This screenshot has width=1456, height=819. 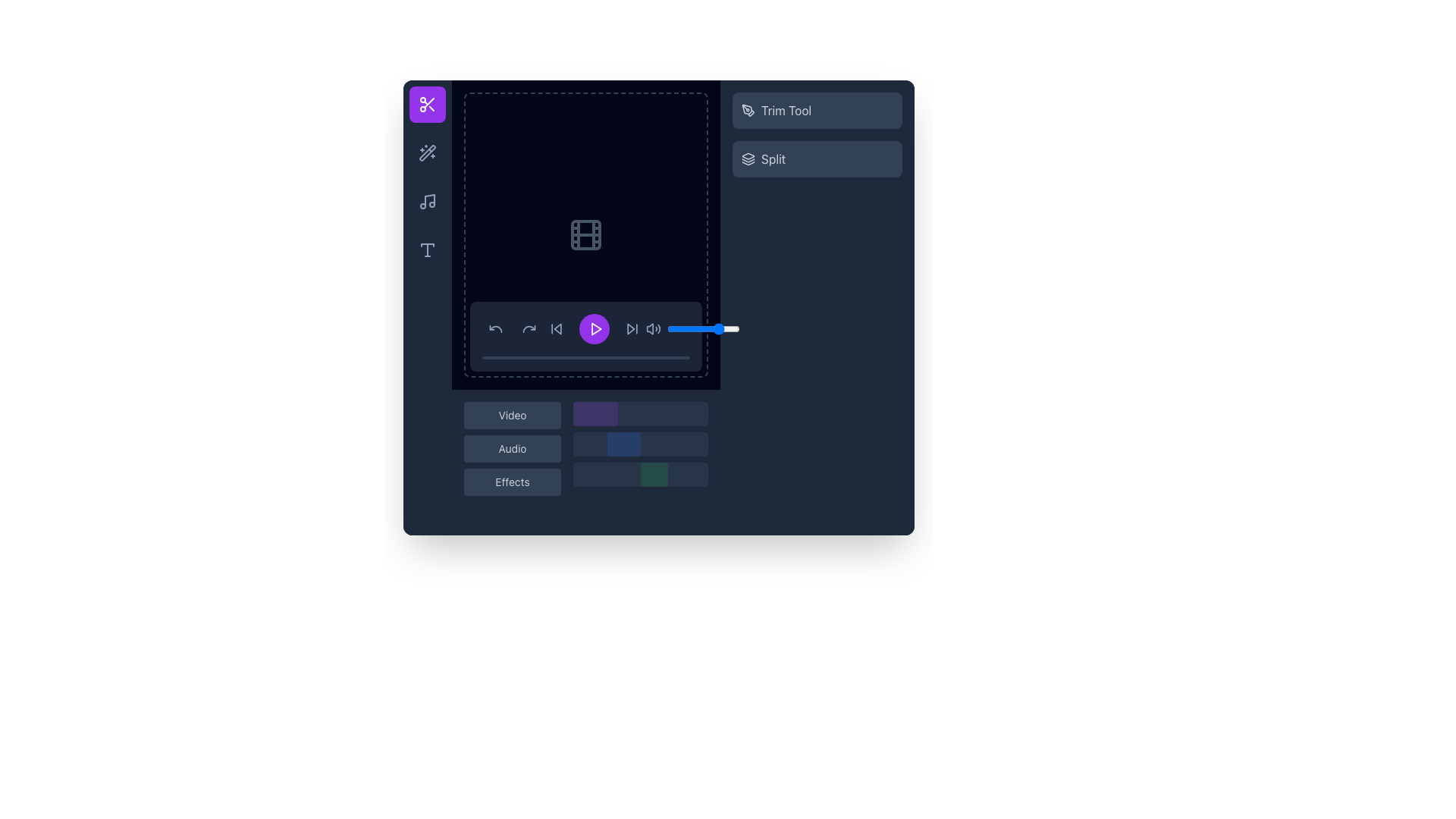 What do you see at coordinates (640, 444) in the screenshot?
I see `the second rectangular component in a vertical sequence of three, which serves as a decorative or informative indicator within a card-like section` at bounding box center [640, 444].